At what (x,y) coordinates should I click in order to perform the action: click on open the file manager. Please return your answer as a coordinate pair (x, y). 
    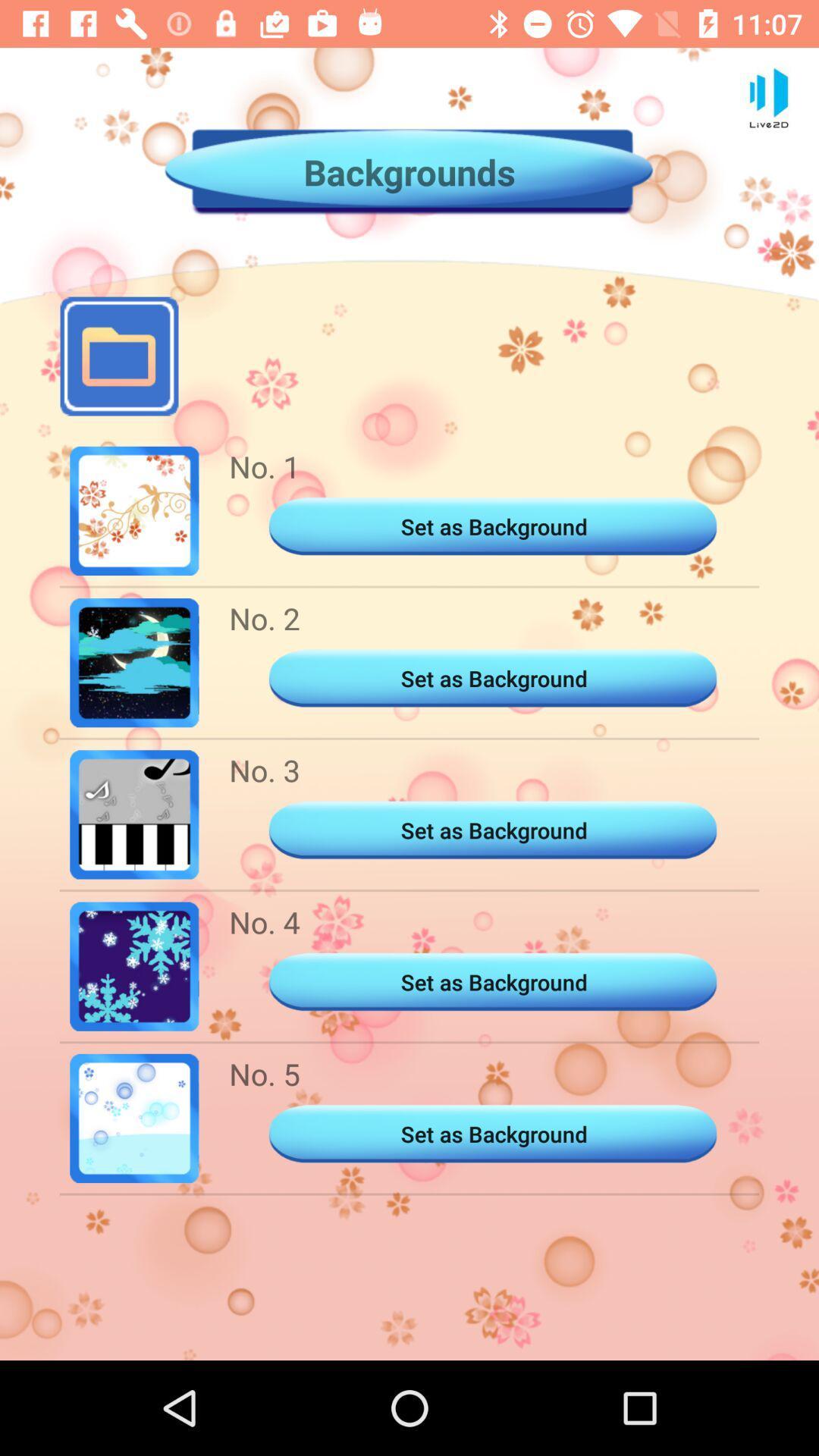
    Looking at the image, I should click on (118, 356).